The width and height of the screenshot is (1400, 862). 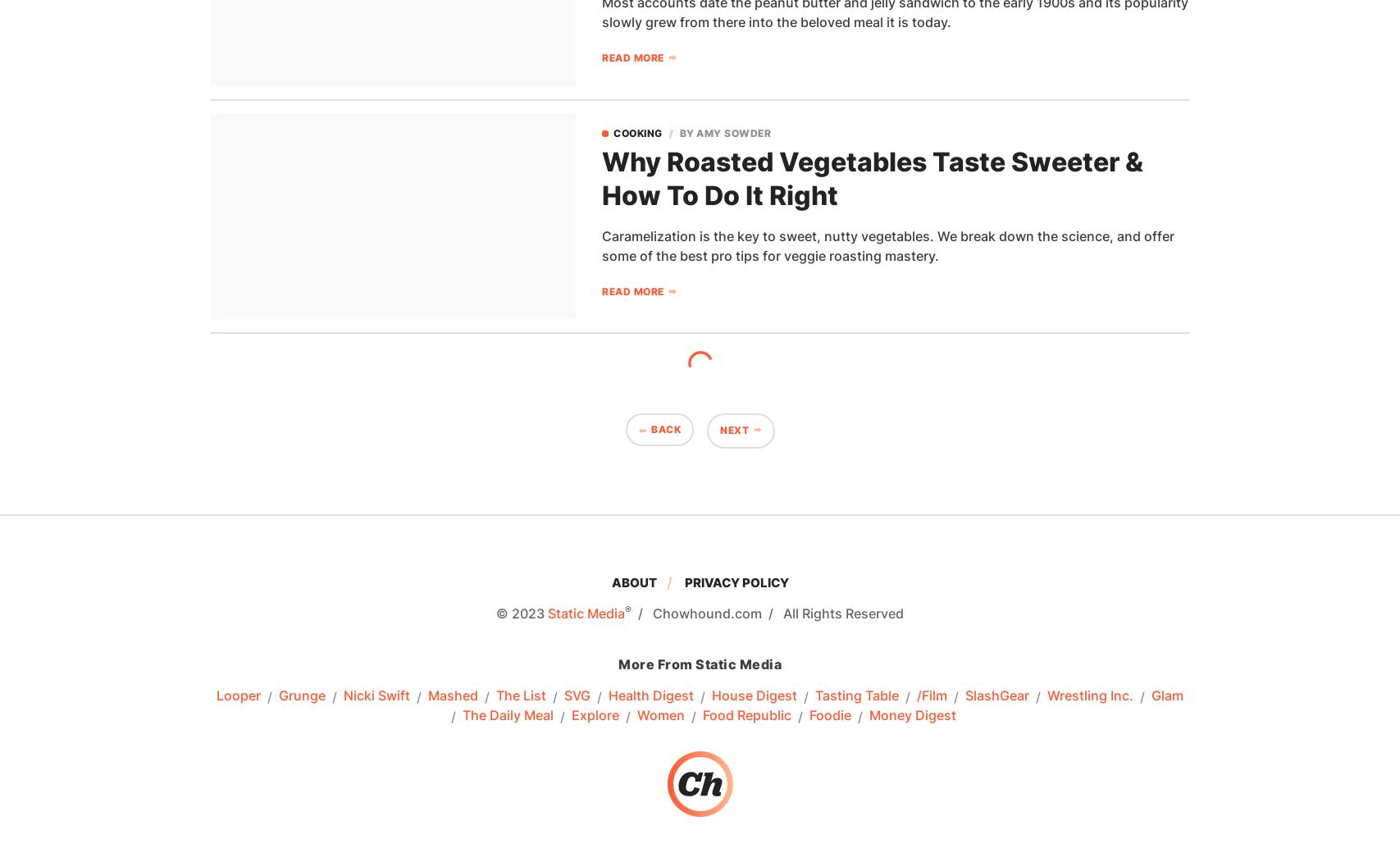 I want to click on 'Explore', so click(x=594, y=714).